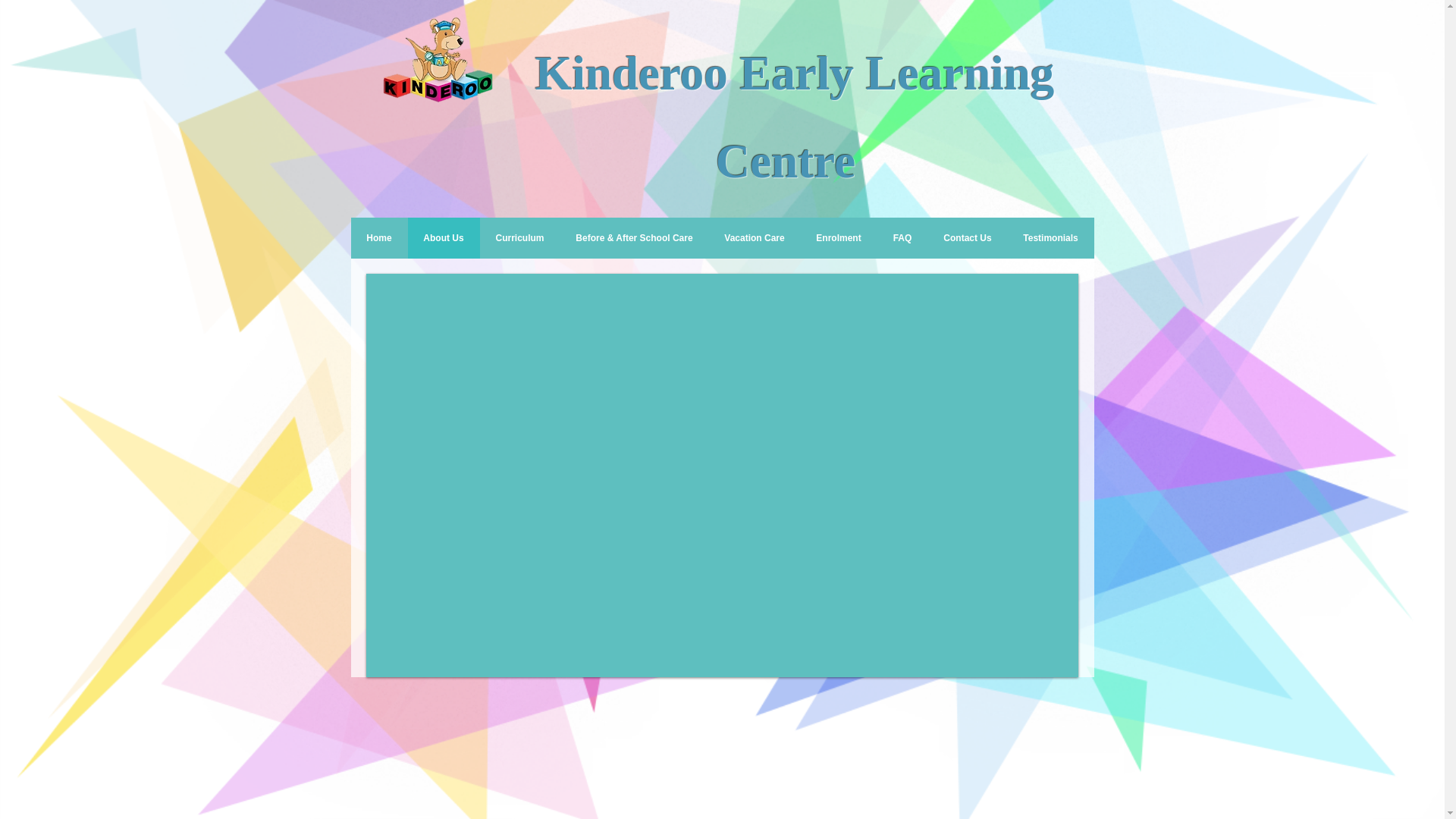 This screenshot has height=819, width=1456. Describe the element at coordinates (800, 237) in the screenshot. I see `'Enrolment'` at that location.